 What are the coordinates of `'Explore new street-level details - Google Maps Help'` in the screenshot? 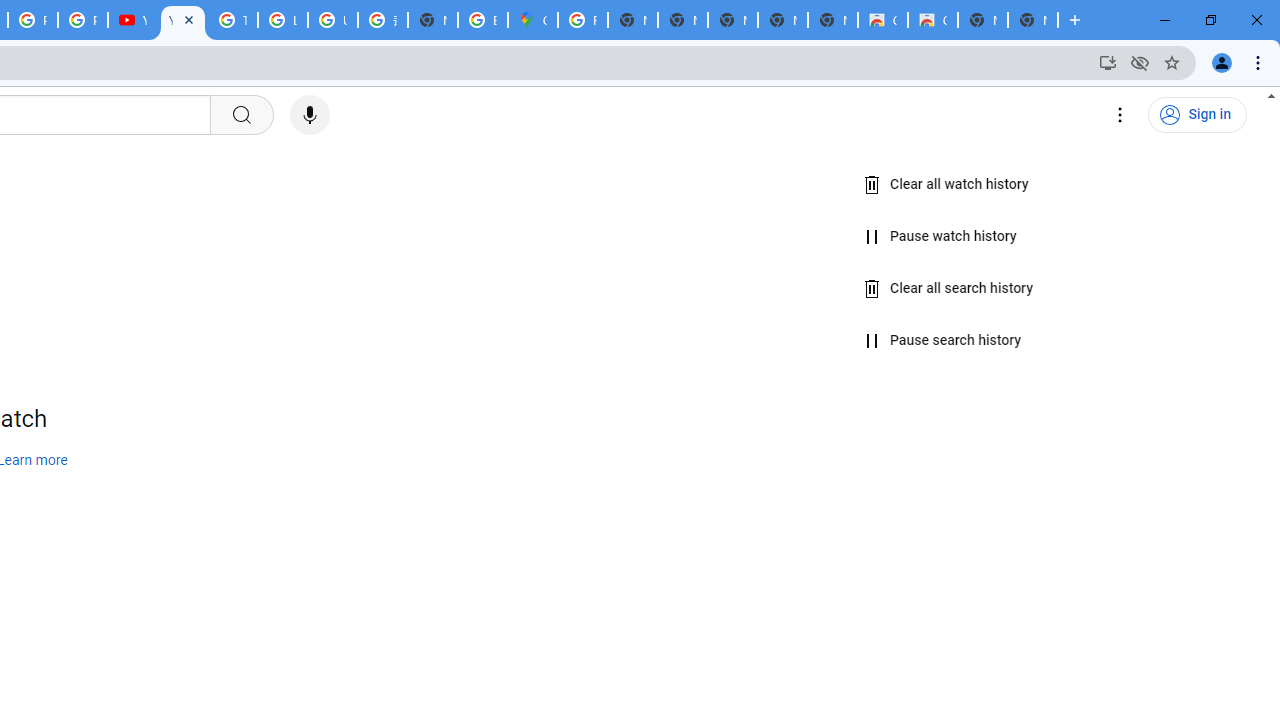 It's located at (483, 20).